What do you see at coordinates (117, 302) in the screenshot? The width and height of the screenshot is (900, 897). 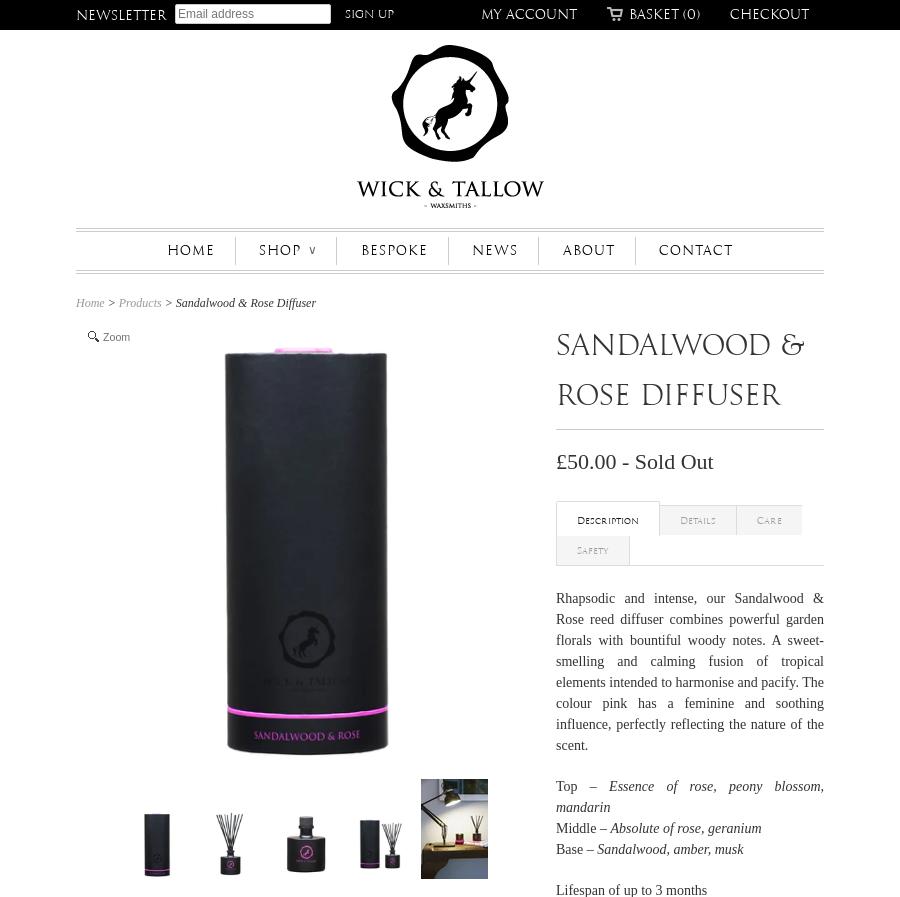 I see `'Products'` at bounding box center [117, 302].